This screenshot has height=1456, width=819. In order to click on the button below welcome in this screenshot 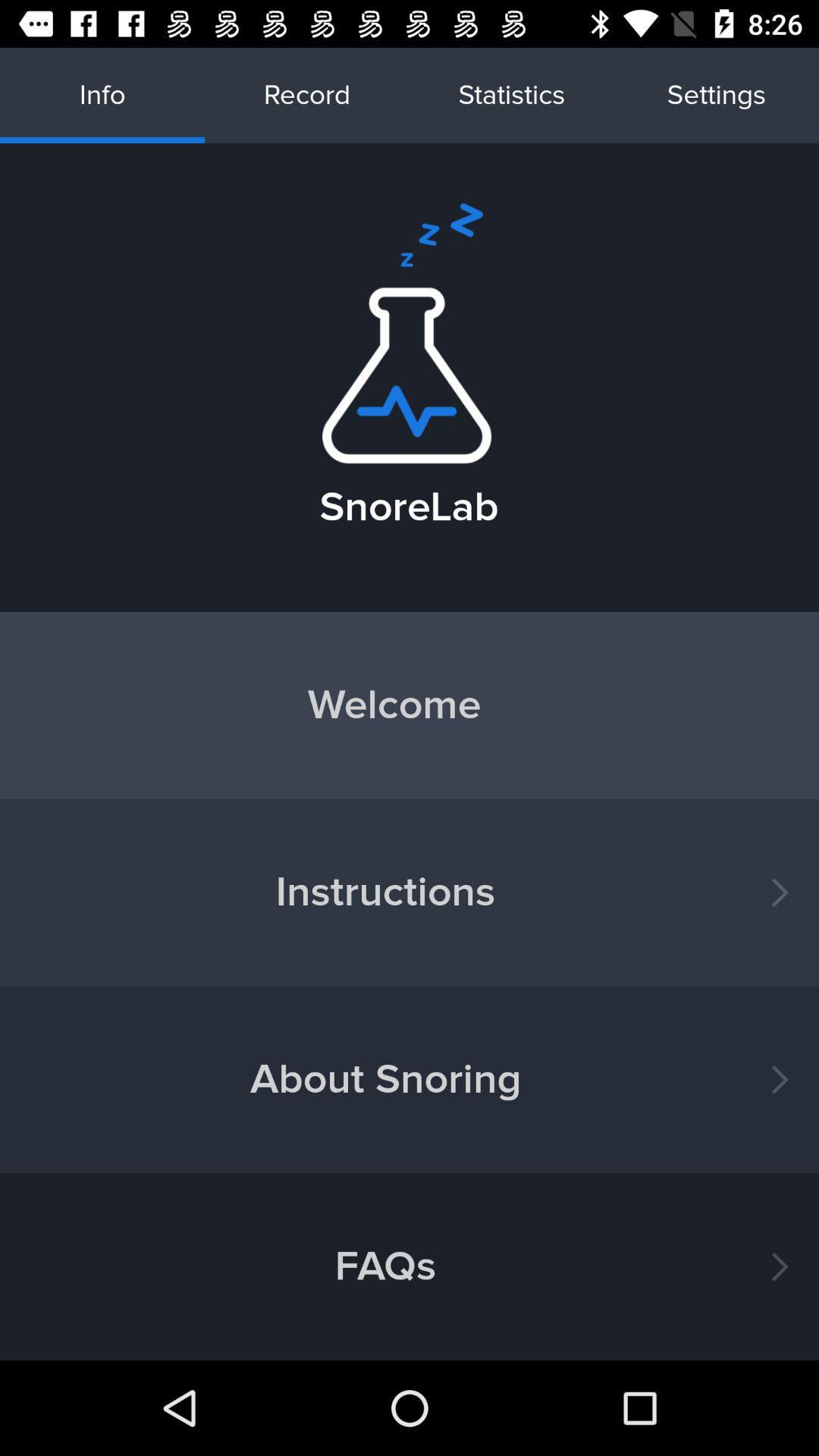, I will do `click(409, 893)`.